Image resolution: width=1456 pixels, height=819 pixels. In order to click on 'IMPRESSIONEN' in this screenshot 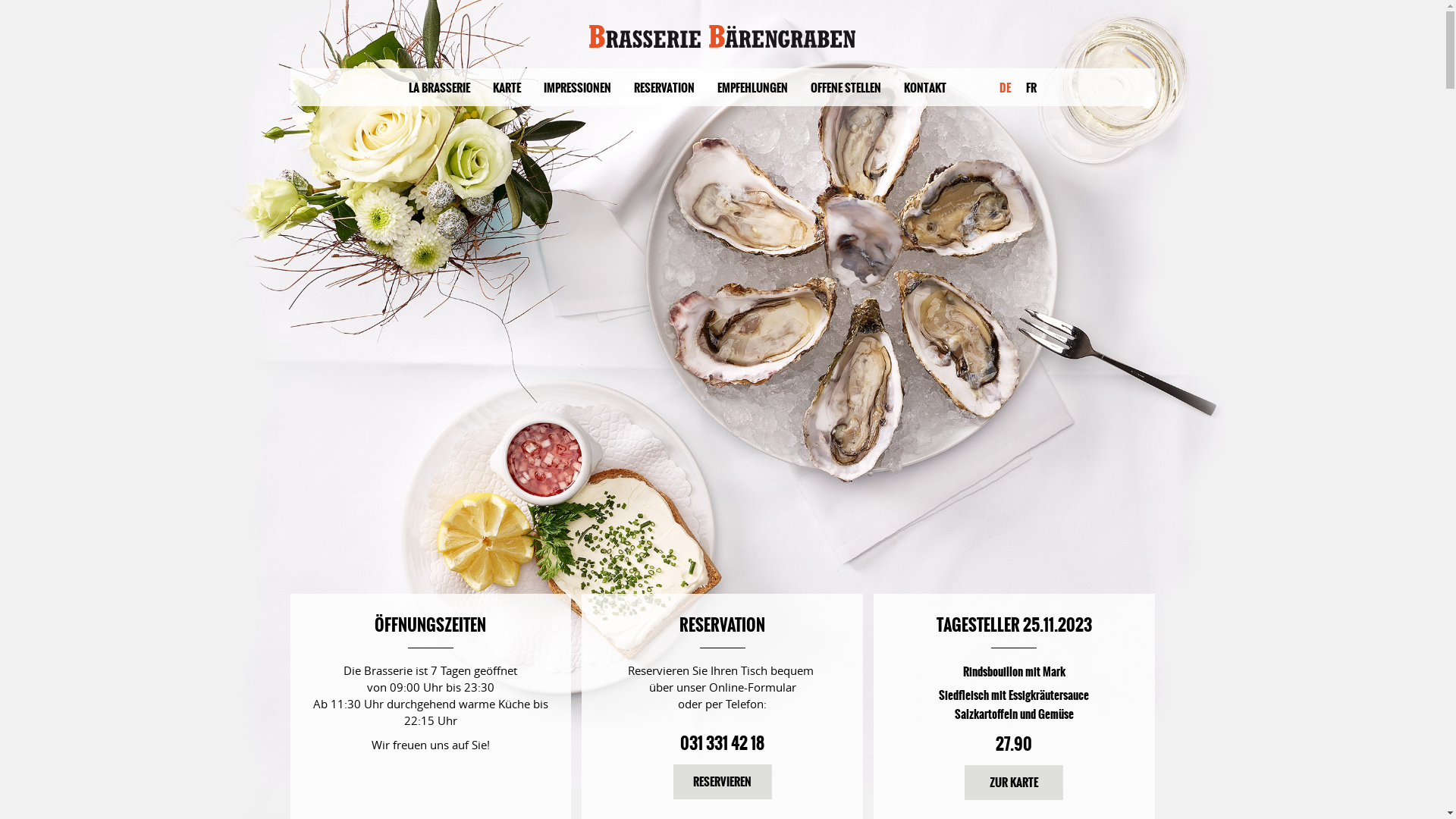, I will do `click(576, 87)`.